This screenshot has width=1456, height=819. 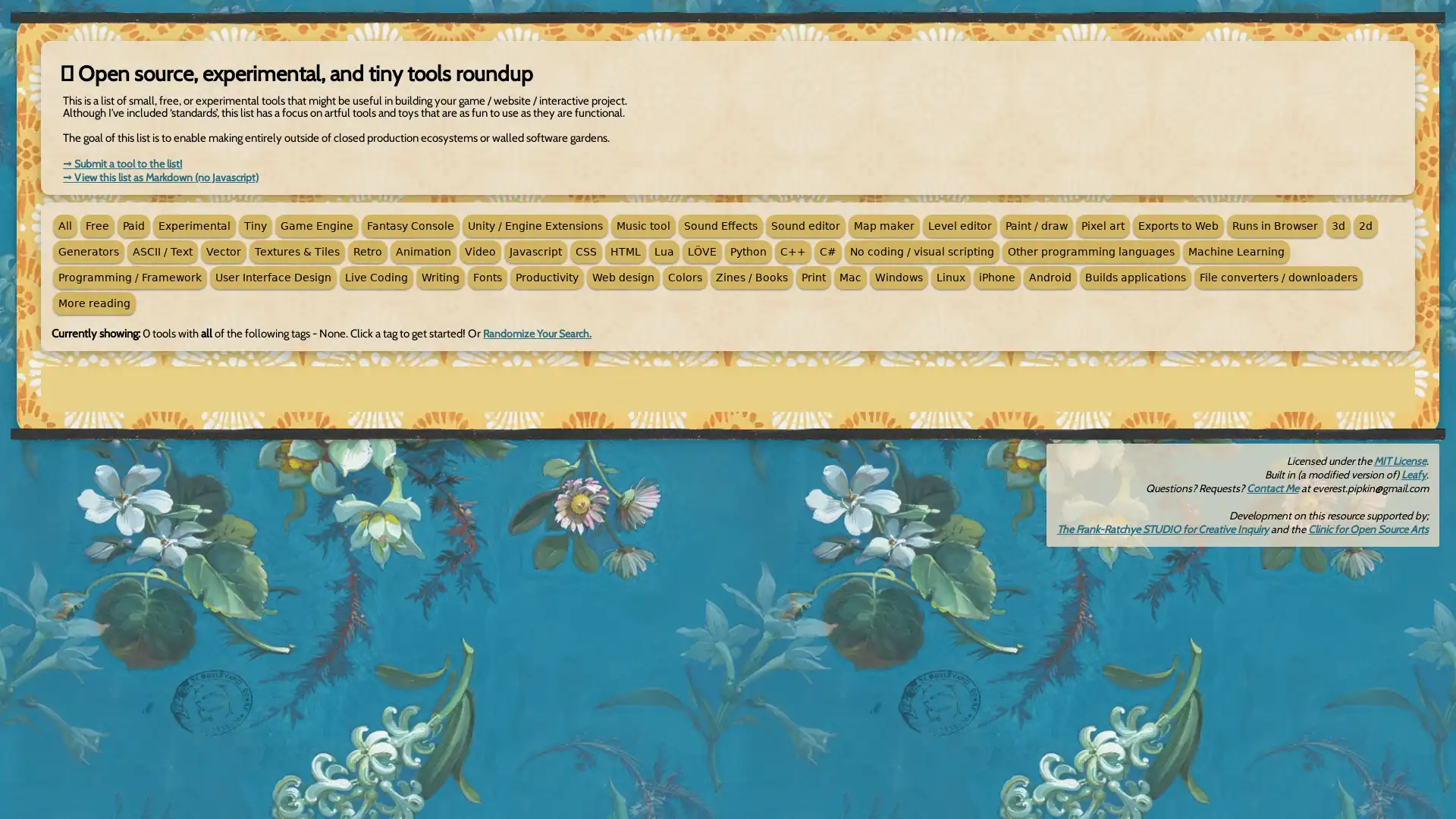 I want to click on Fonts, so click(x=488, y=278).